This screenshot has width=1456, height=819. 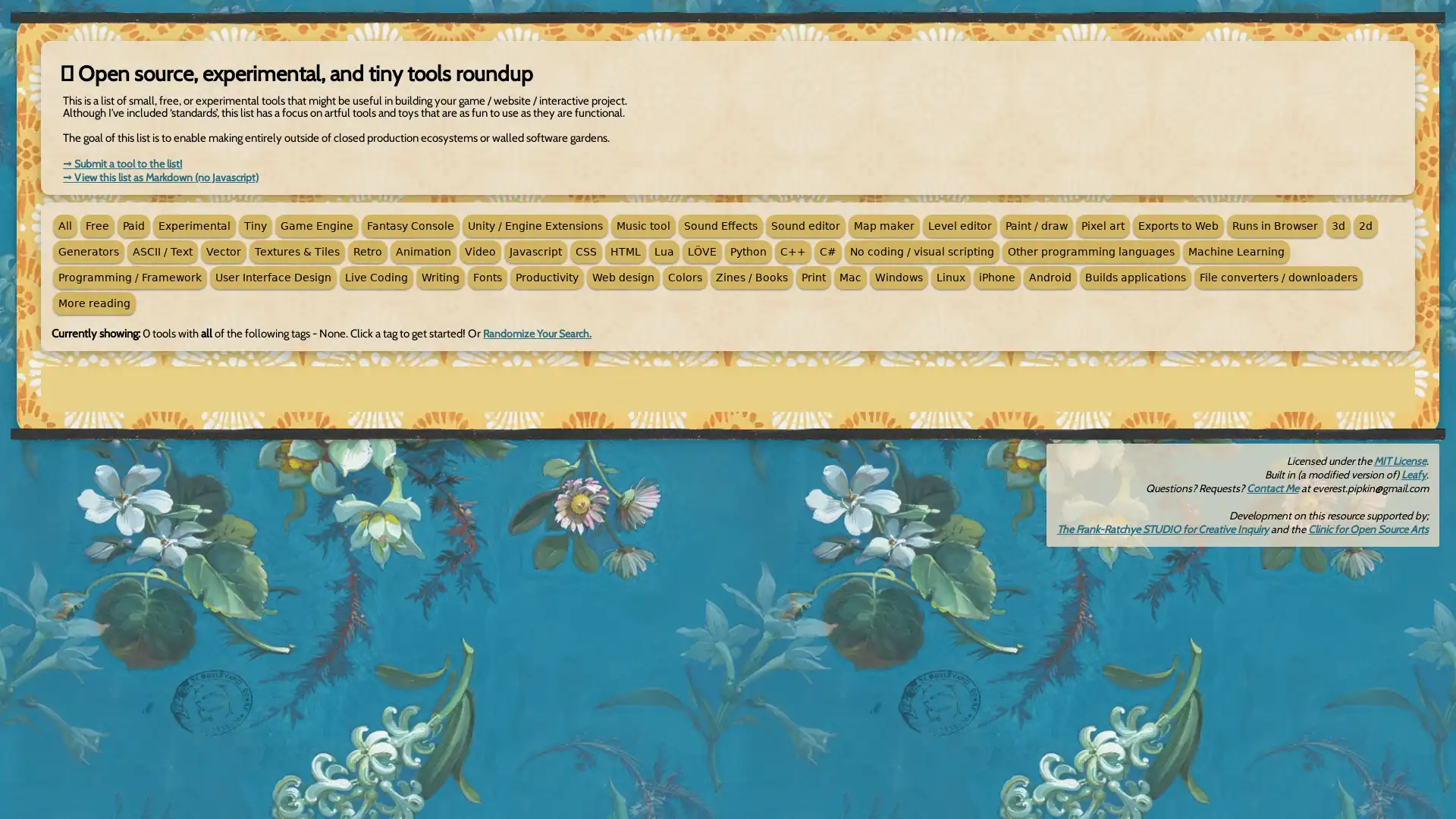 I want to click on Fonts, so click(x=488, y=278).